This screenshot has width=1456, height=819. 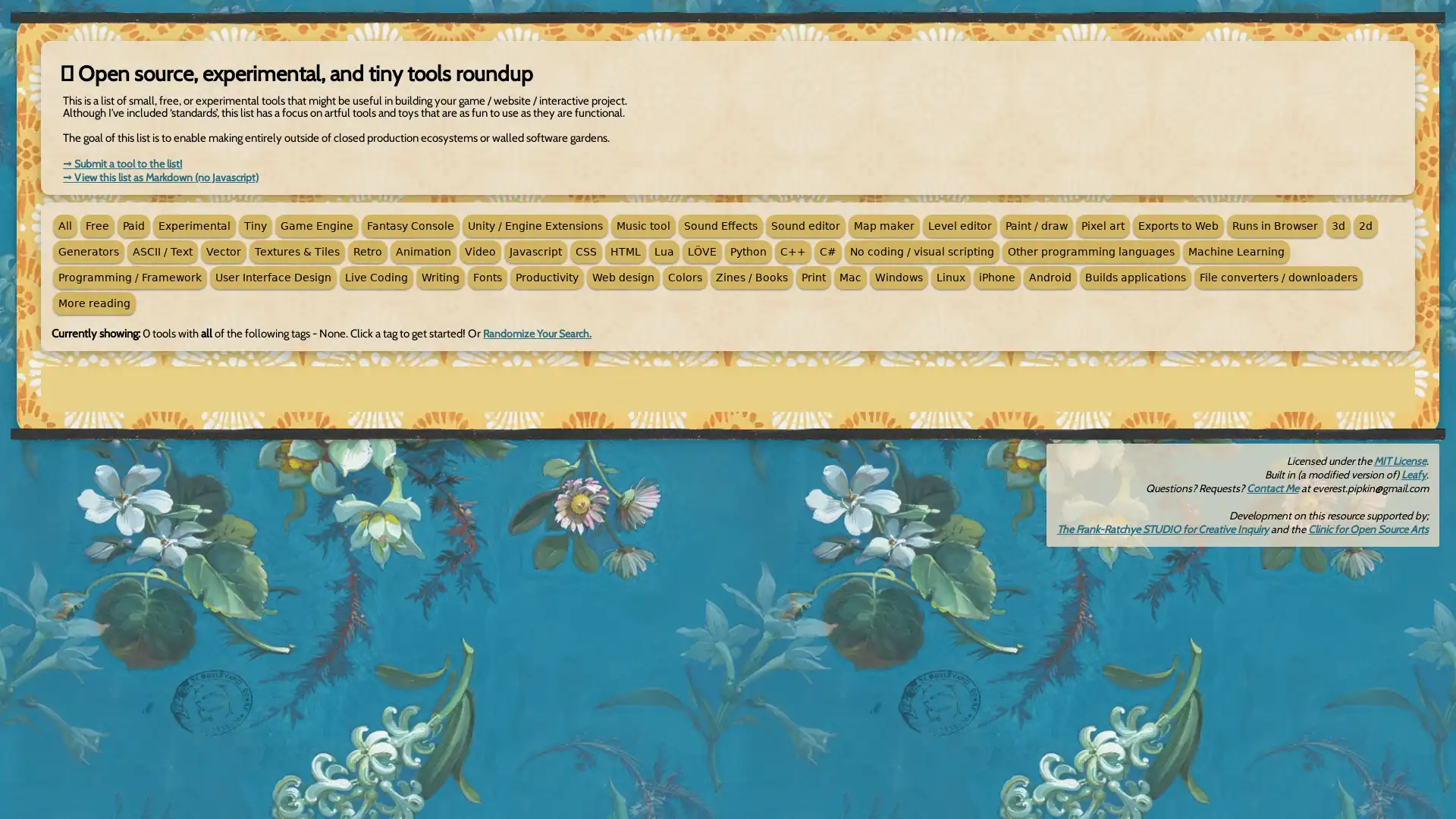 I want to click on Fonts, so click(x=488, y=278).